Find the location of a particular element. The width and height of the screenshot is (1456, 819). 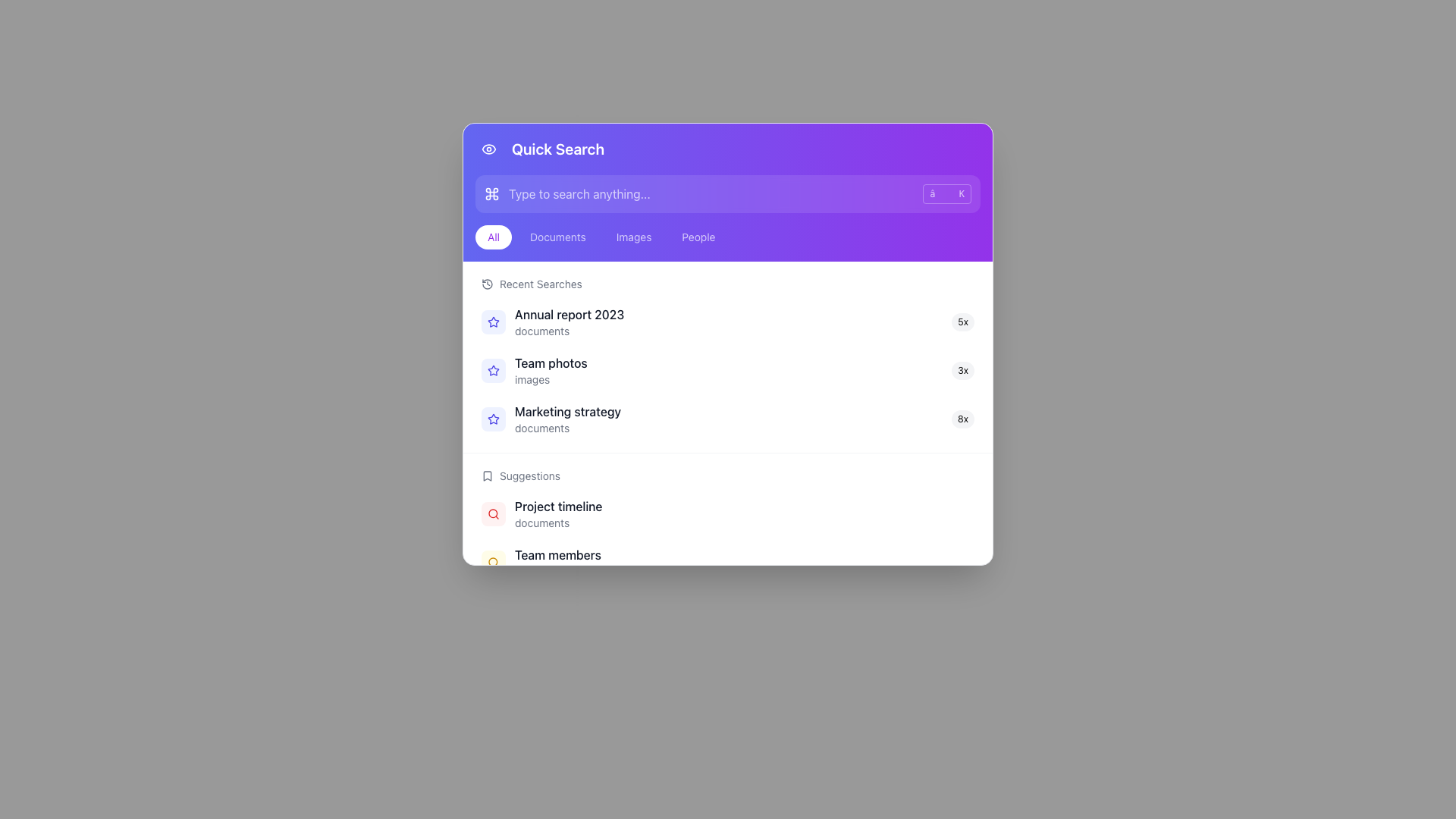

the purple rounded Icon button with a white eye icon located at the leftmost position of the horizontal layout for 'Quick Search' is located at coordinates (488, 149).